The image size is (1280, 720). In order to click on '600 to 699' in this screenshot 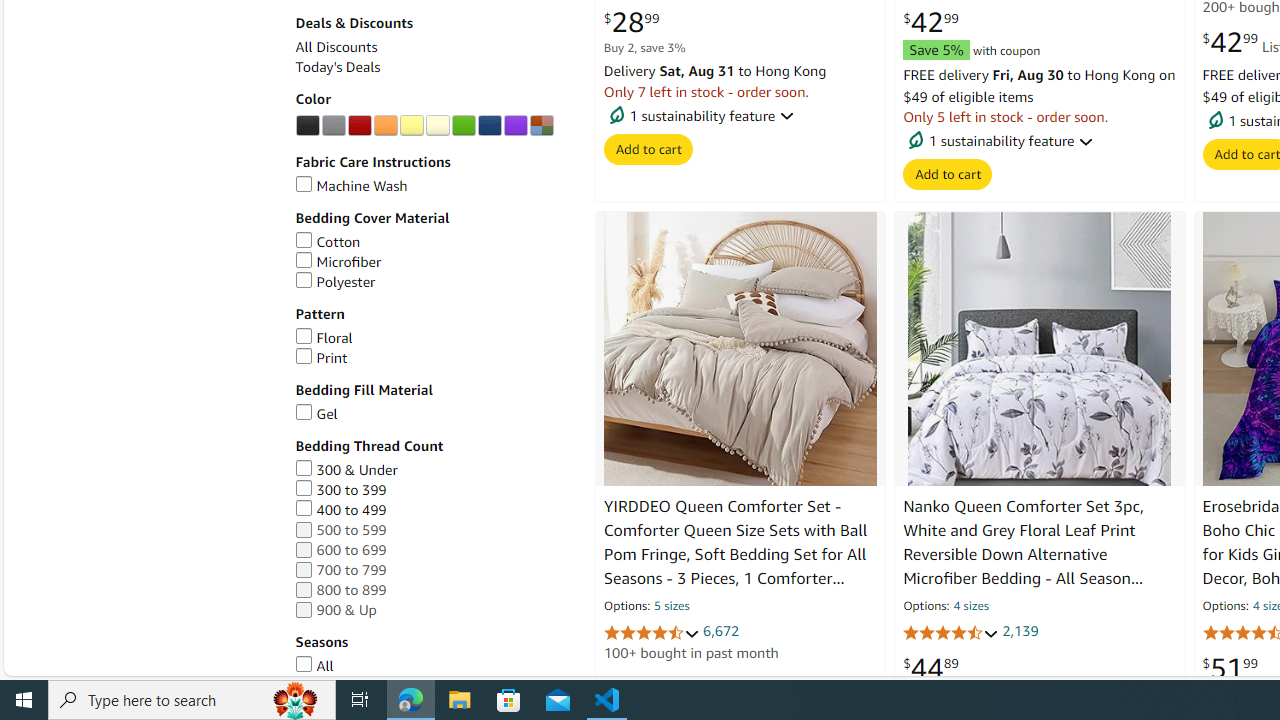, I will do `click(433, 550)`.